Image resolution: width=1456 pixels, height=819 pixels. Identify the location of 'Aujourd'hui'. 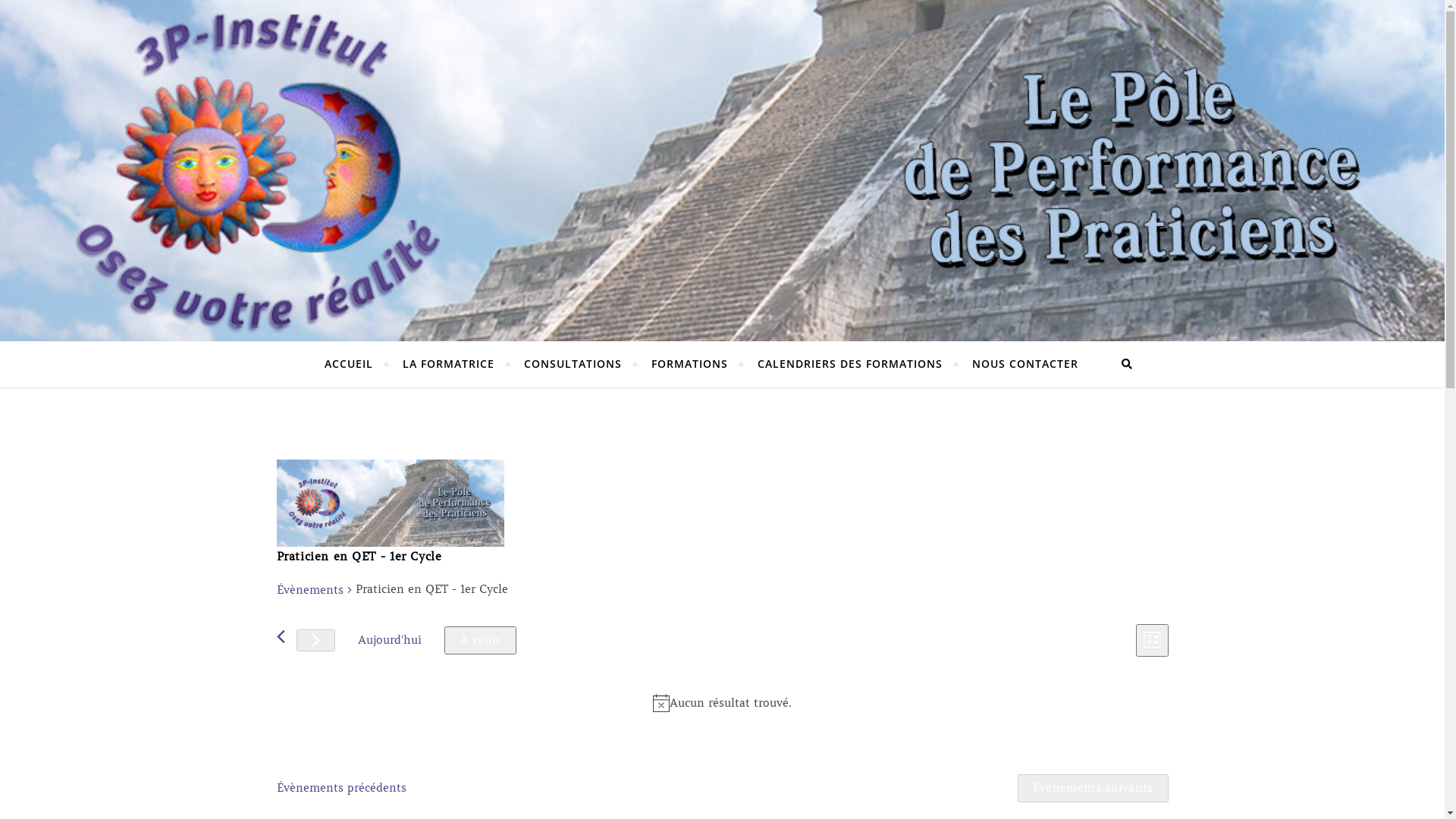
(389, 640).